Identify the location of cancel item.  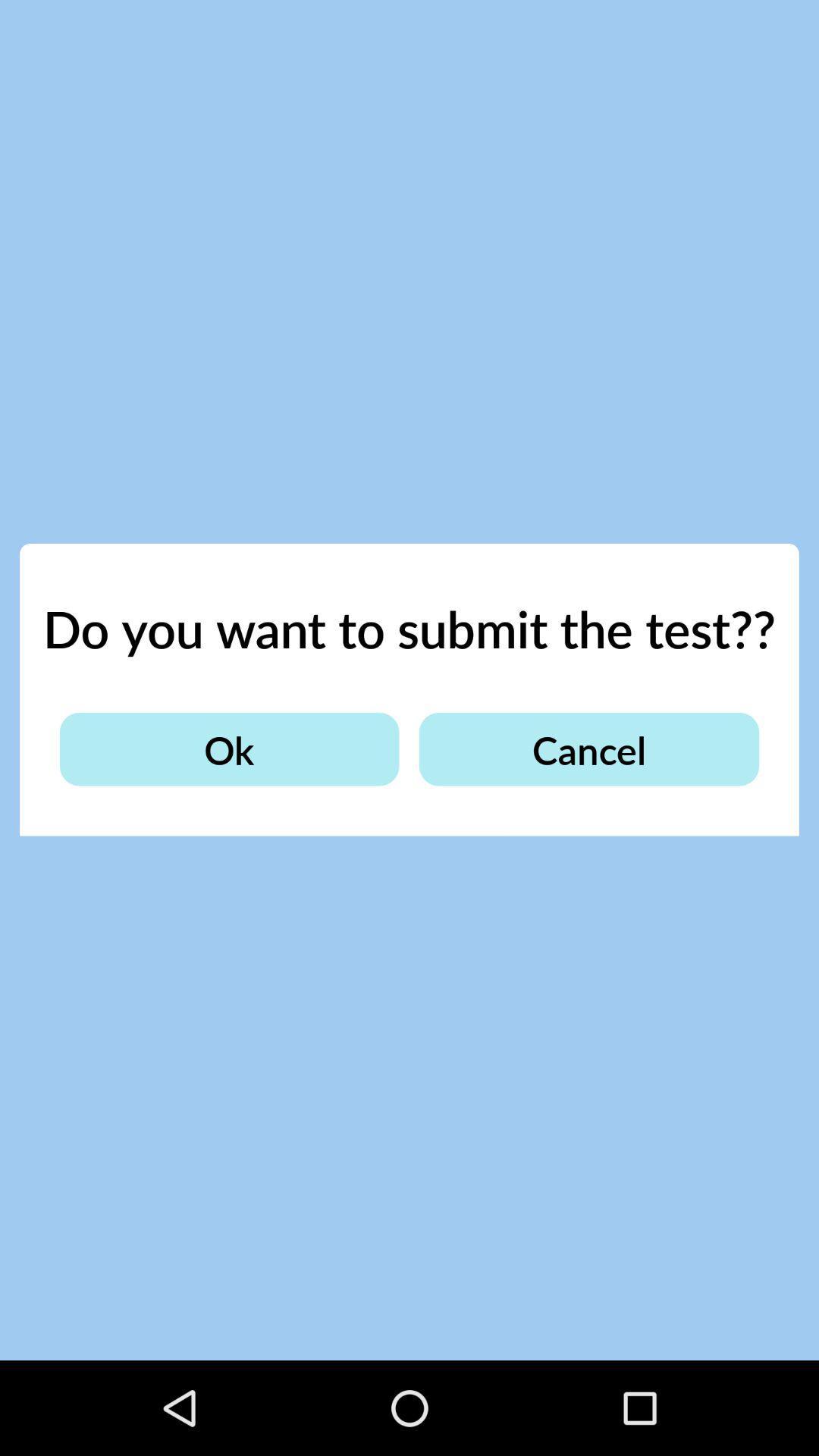
(588, 749).